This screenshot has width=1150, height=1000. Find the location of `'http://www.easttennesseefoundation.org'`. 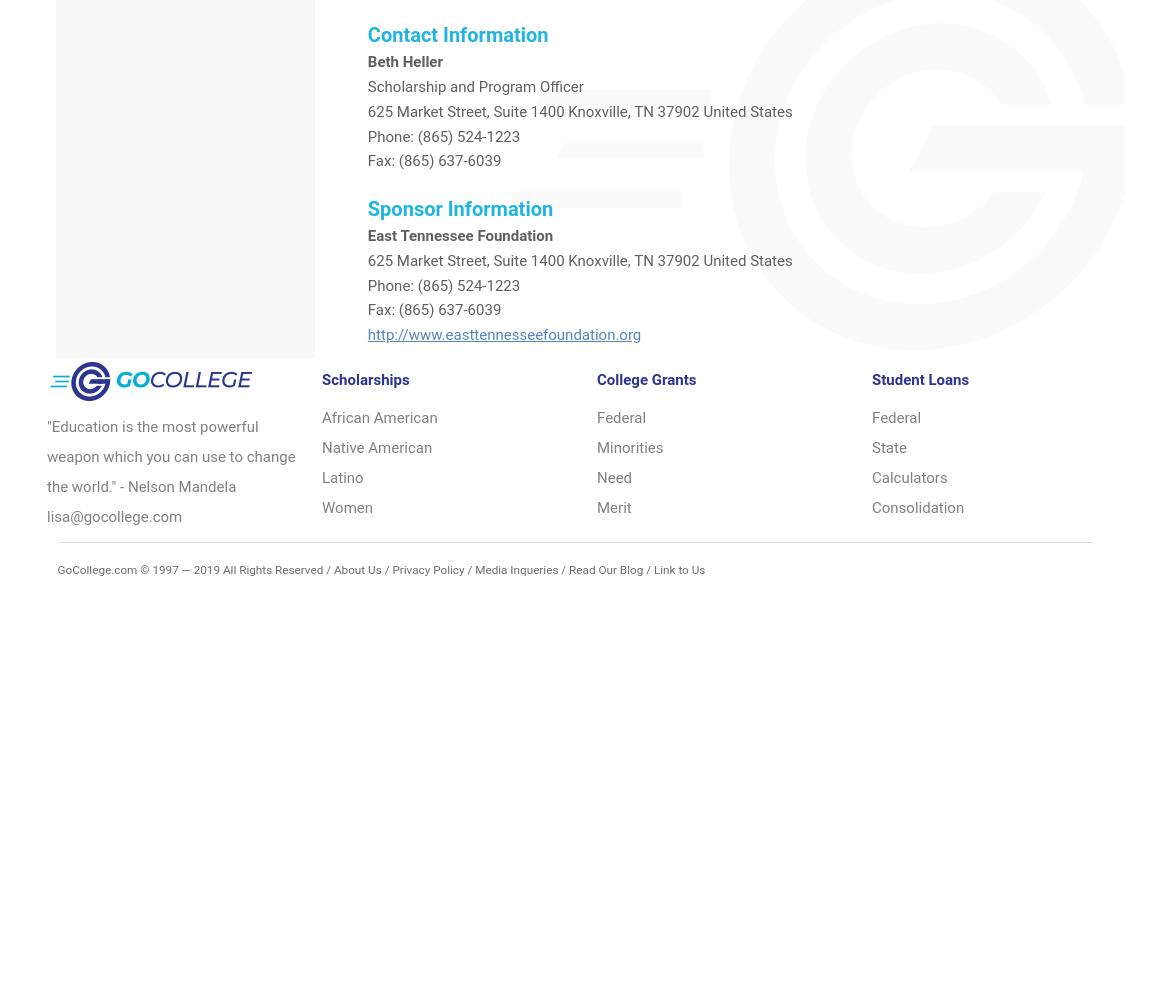

'http://www.easttennesseefoundation.org' is located at coordinates (504, 334).